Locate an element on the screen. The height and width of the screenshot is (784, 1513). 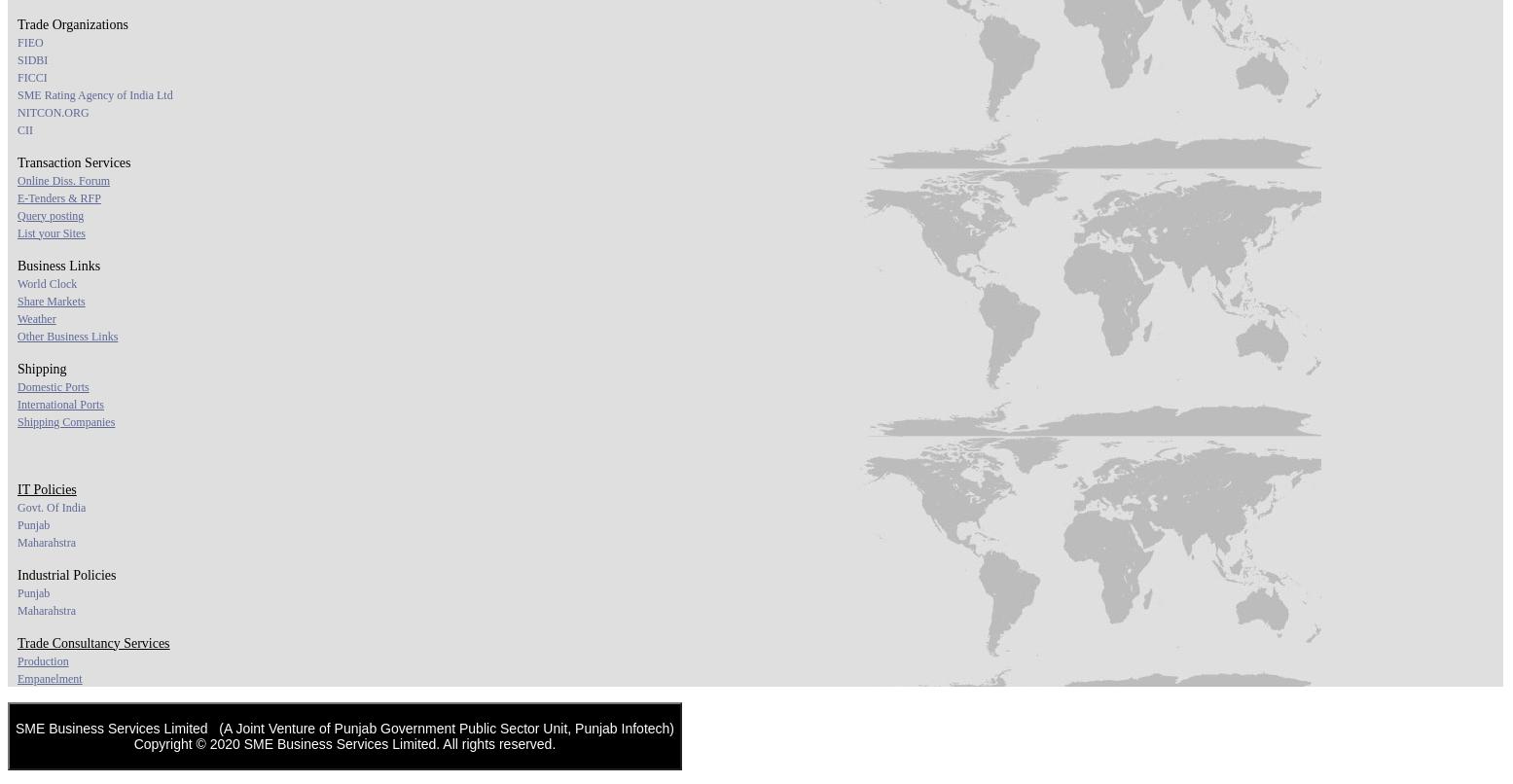
'FIEO' is located at coordinates (29, 41).